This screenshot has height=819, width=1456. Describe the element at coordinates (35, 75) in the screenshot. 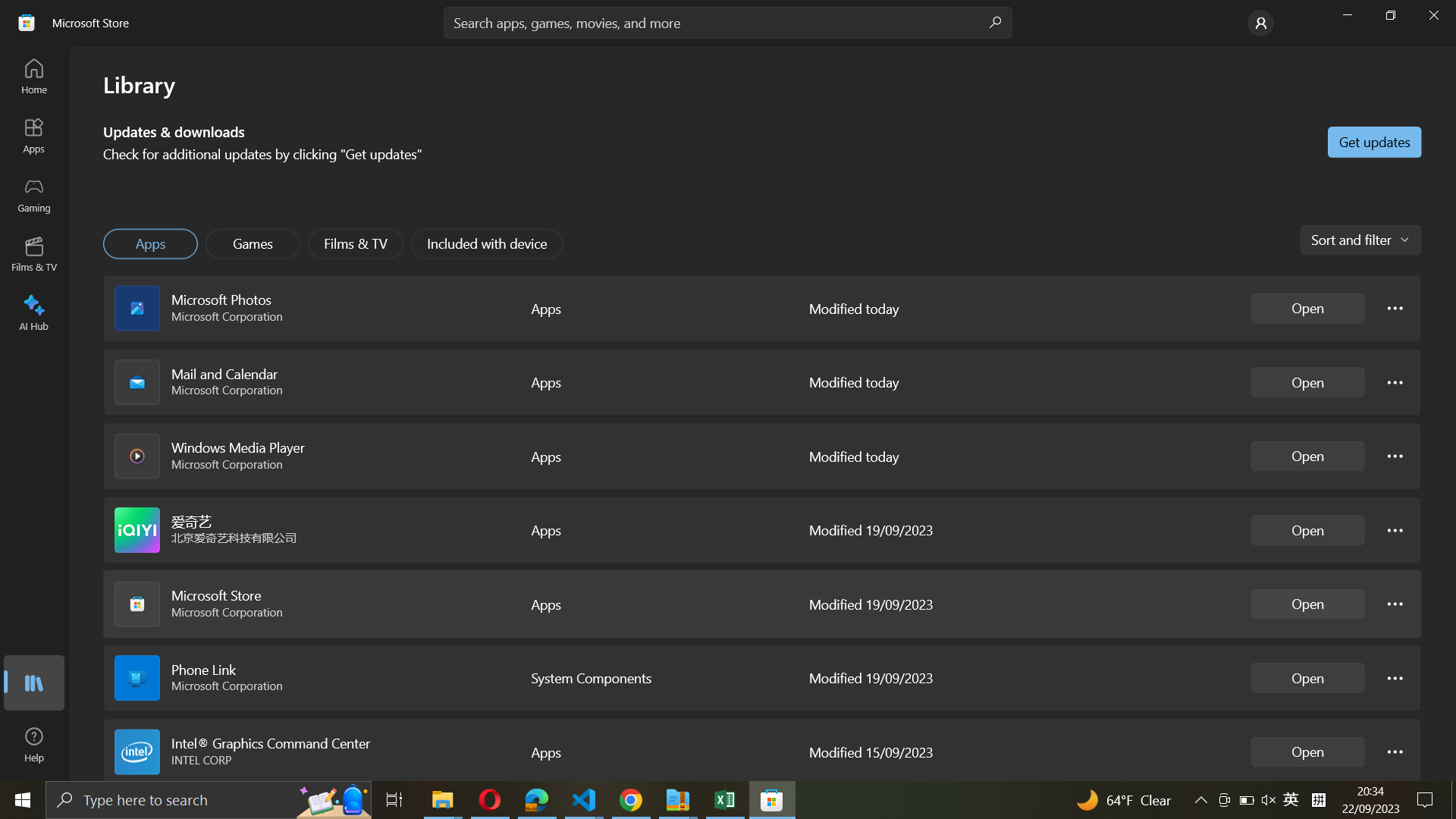

I see `Home Screen` at that location.